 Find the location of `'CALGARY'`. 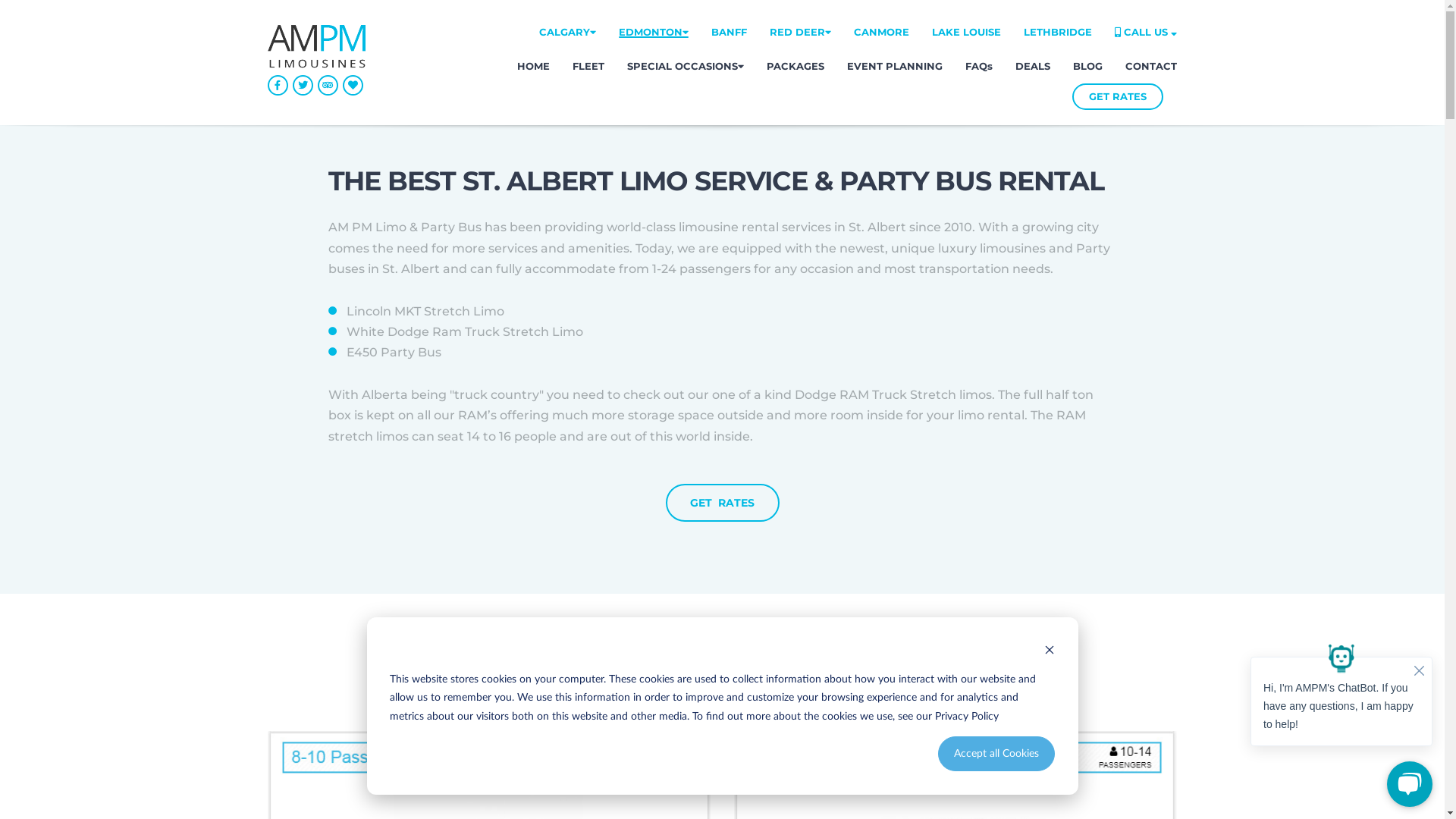

'CALGARY' is located at coordinates (566, 32).